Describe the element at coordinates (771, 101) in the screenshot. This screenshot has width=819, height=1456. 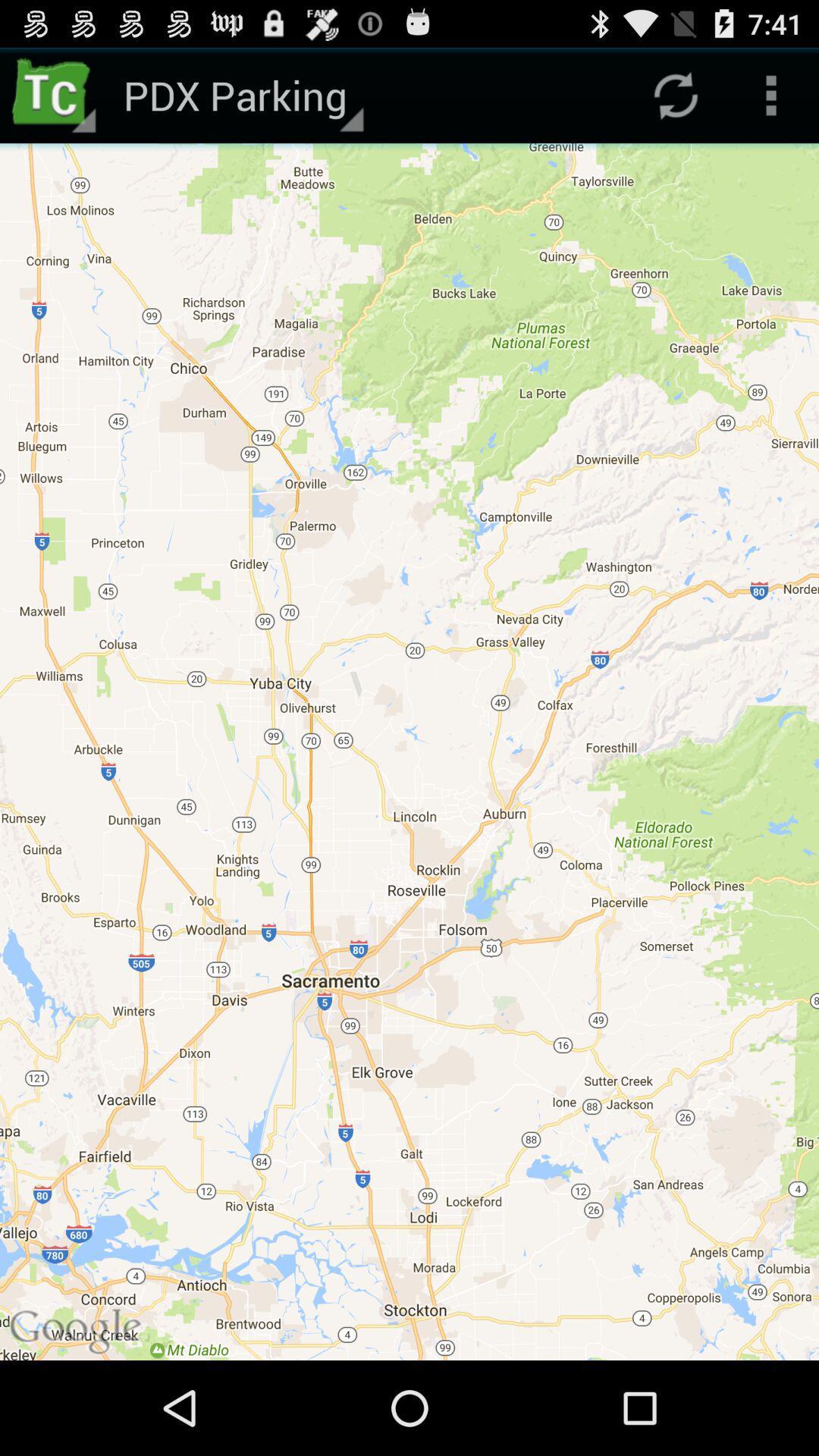
I see `the more icon` at that location.